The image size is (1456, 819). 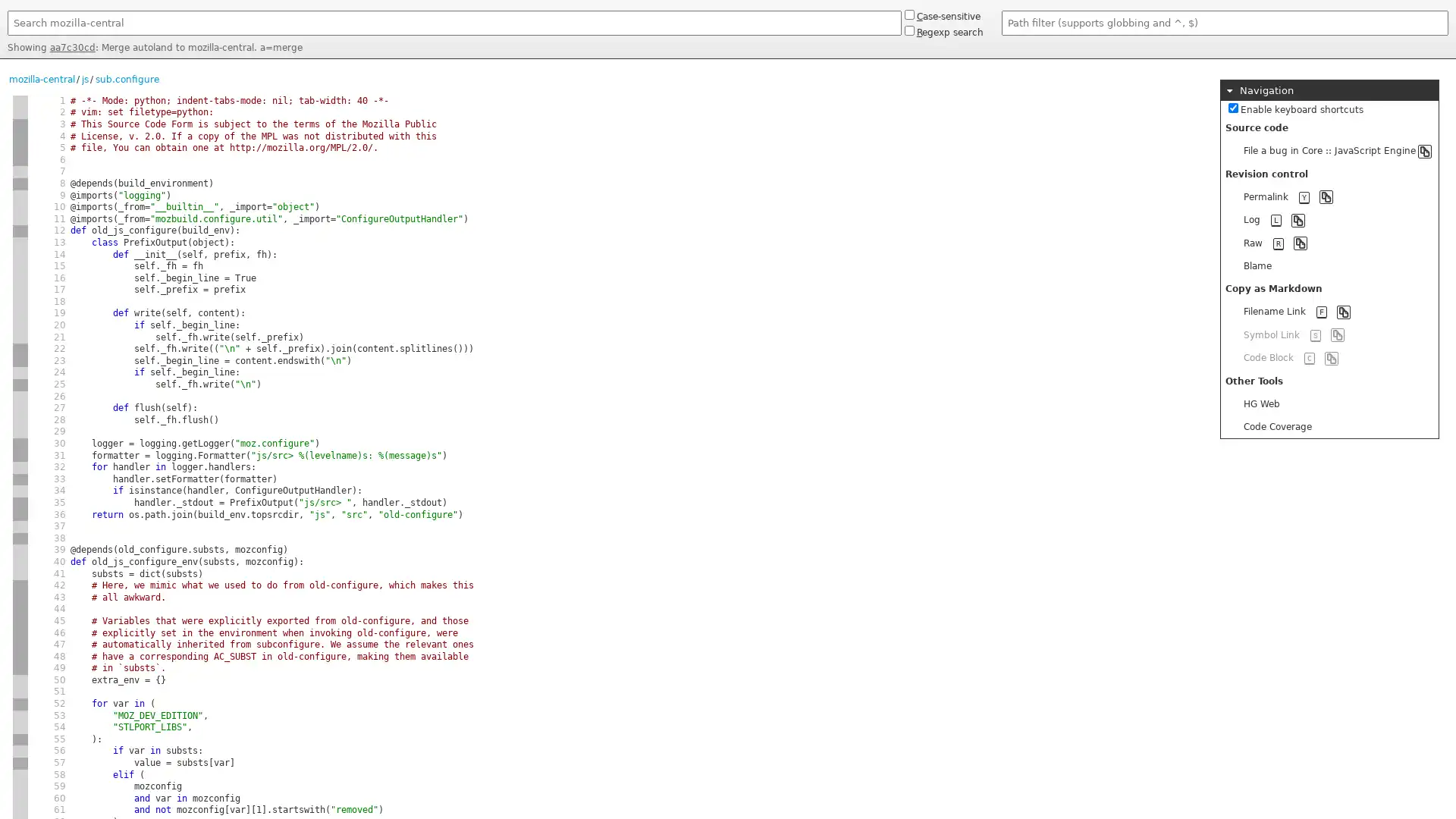 I want to click on new hash 6, so click(x=20, y=491).